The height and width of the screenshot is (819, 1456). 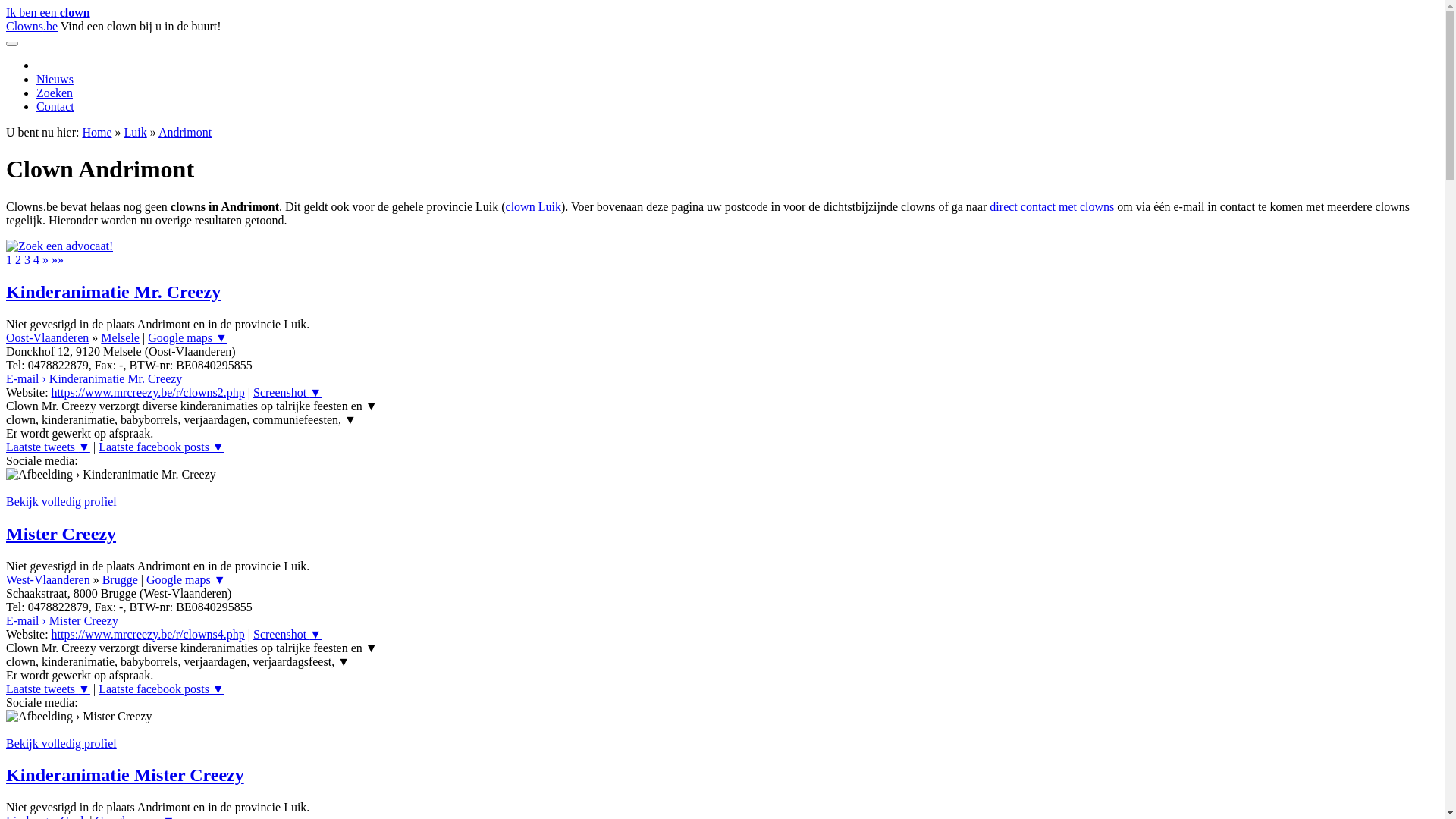 What do you see at coordinates (36, 259) in the screenshot?
I see `'4'` at bounding box center [36, 259].